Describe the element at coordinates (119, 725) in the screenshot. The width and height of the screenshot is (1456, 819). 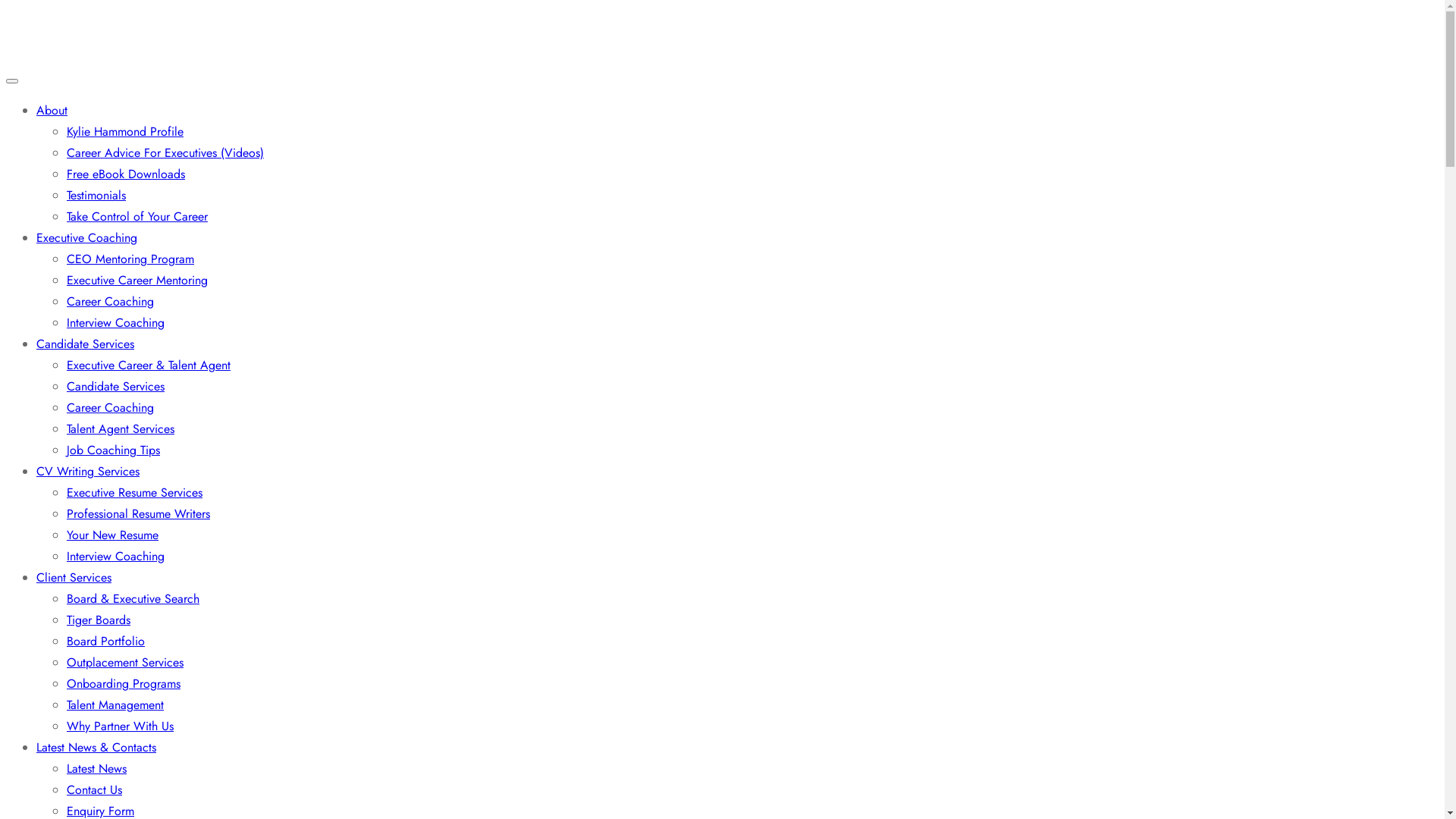
I see `'Why Partner With Us'` at that location.